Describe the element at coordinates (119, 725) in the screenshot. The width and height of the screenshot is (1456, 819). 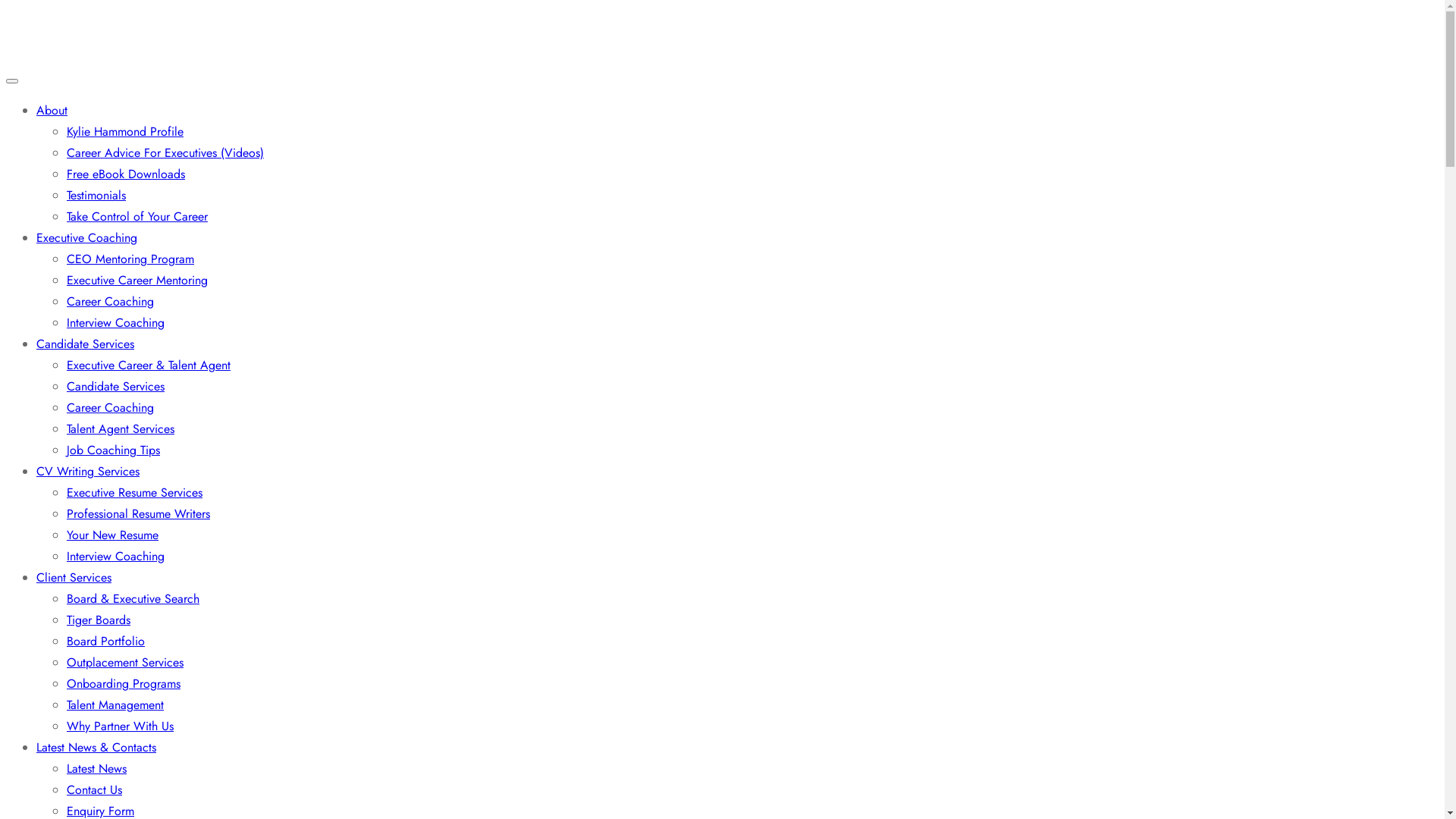
I see `'Why Partner With Us'` at that location.